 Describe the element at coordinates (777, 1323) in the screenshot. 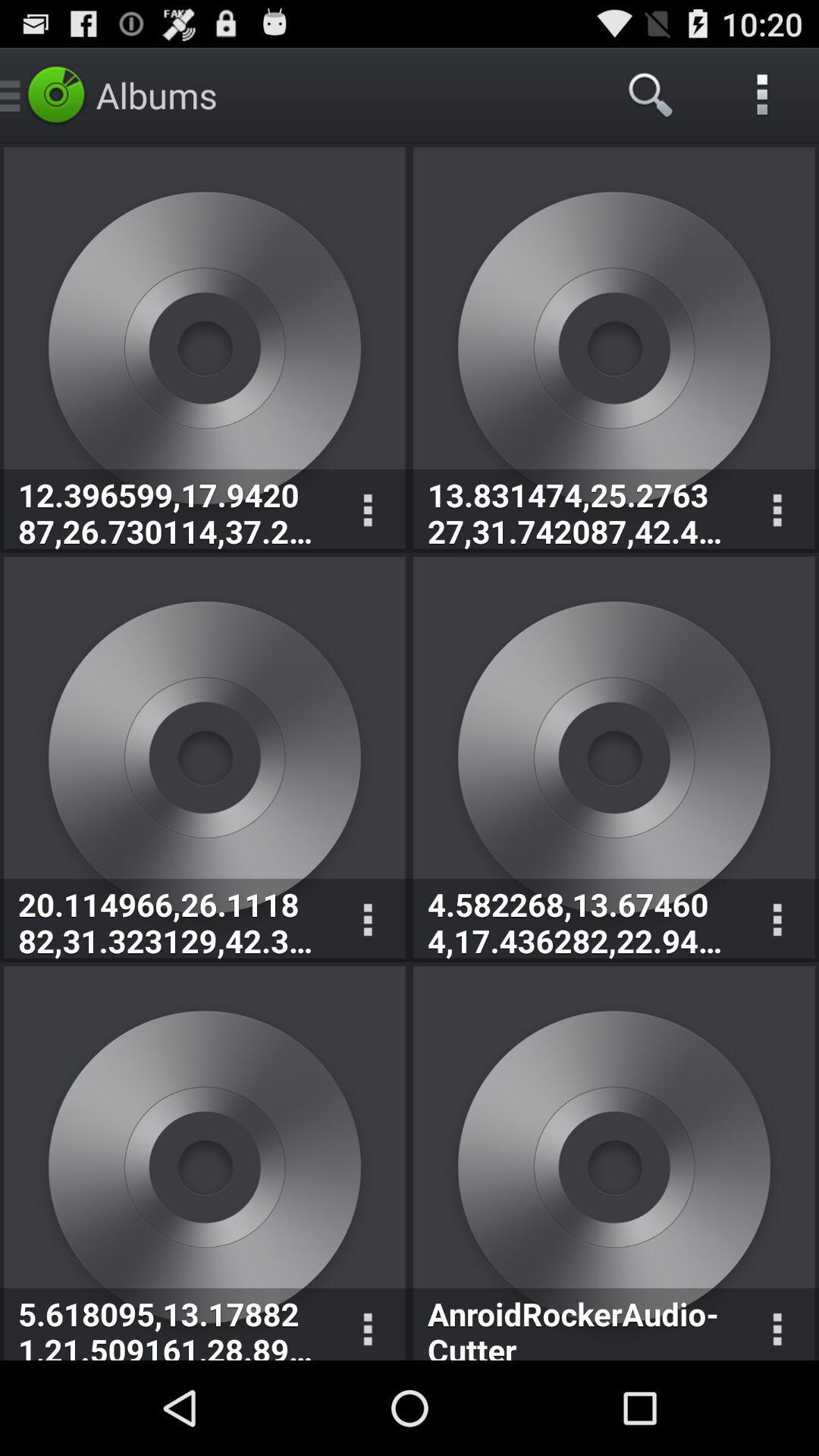

I see `more info on cutter` at that location.